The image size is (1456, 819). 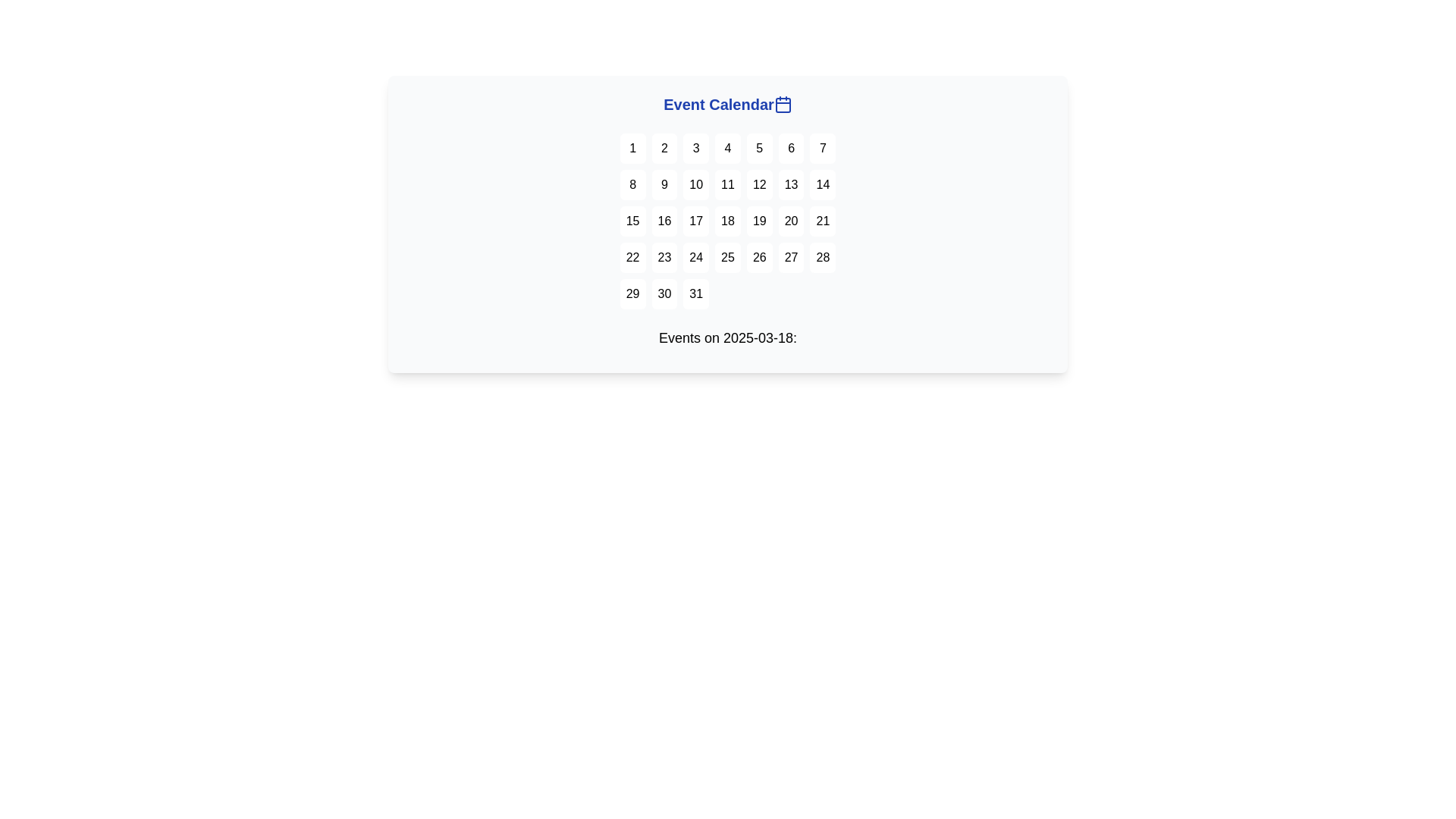 What do you see at coordinates (632, 294) in the screenshot?
I see `the interactive calendar day cell representing the 29th day` at bounding box center [632, 294].